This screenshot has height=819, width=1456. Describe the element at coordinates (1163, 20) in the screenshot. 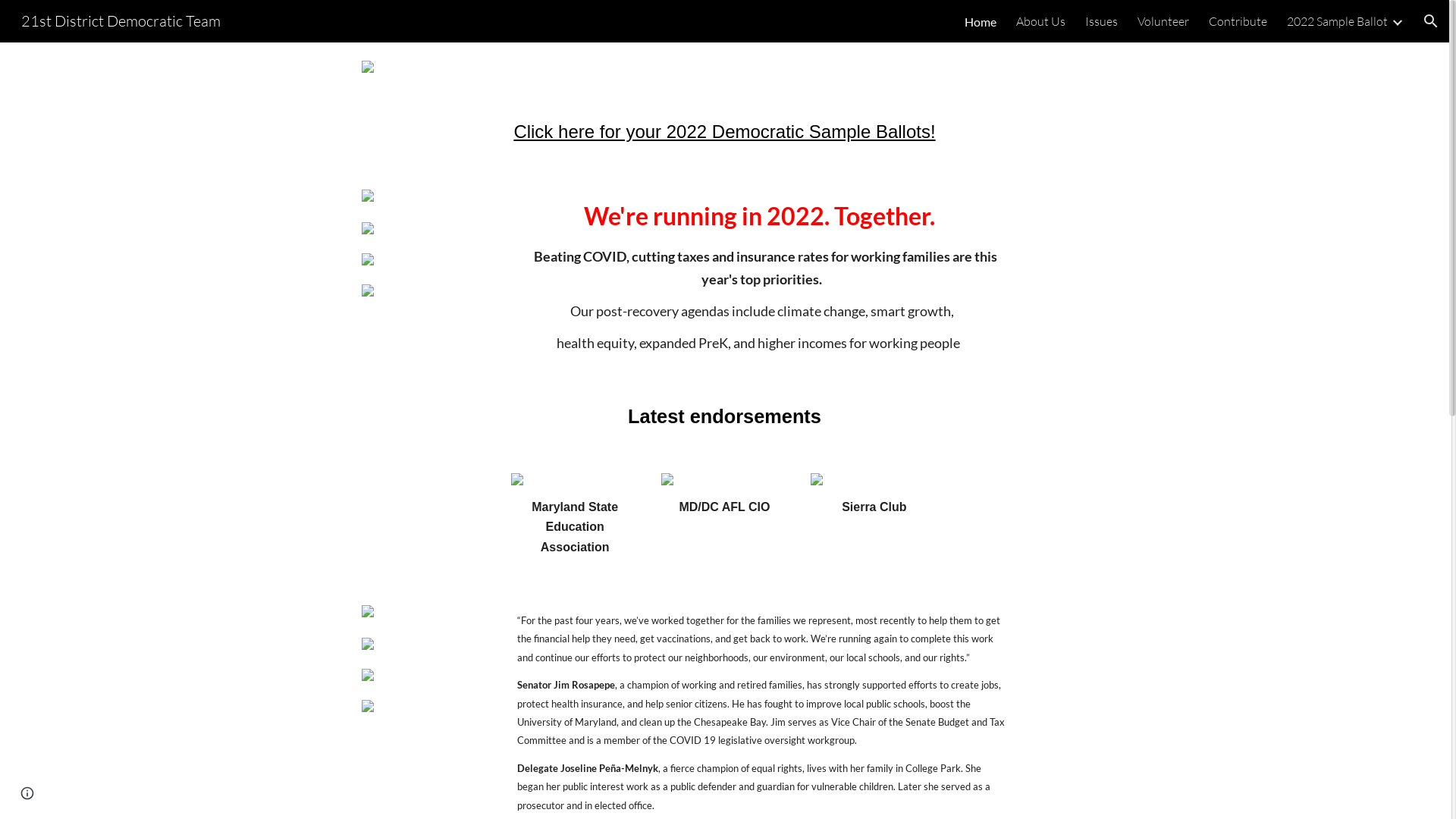

I see `'Volunteer'` at that location.